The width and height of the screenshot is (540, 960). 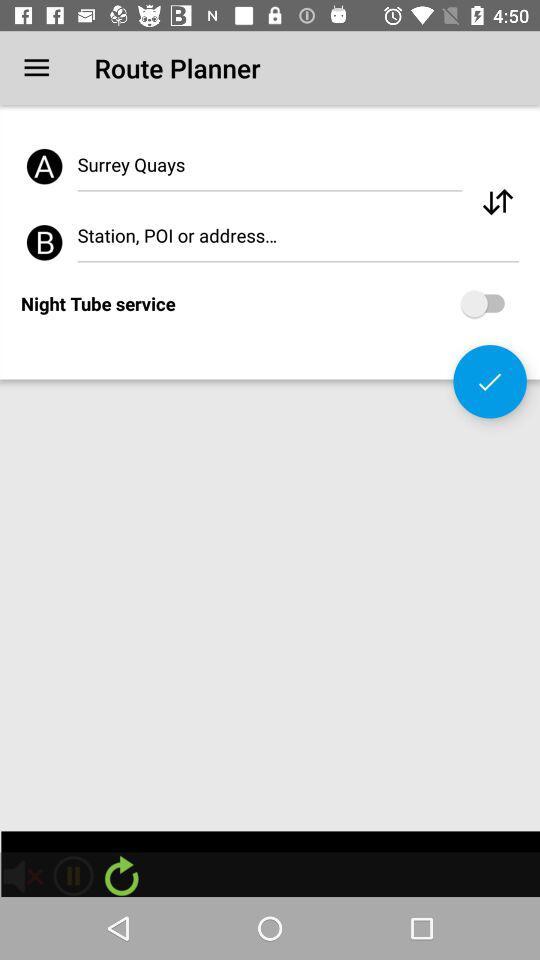 What do you see at coordinates (489, 380) in the screenshot?
I see `confirm route` at bounding box center [489, 380].